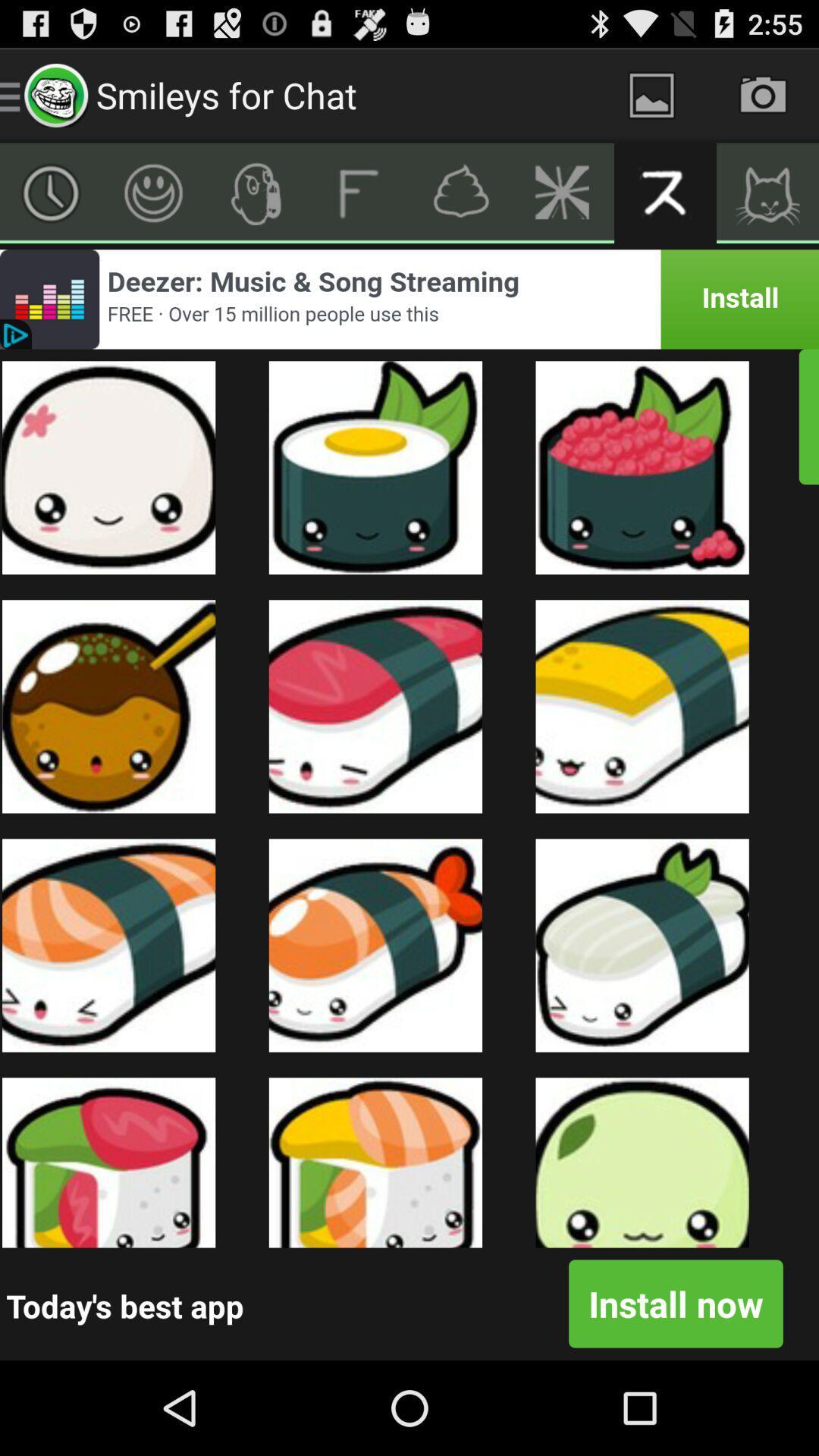 The height and width of the screenshot is (1456, 819). Describe the element at coordinates (153, 192) in the screenshot. I see `emotion` at that location.